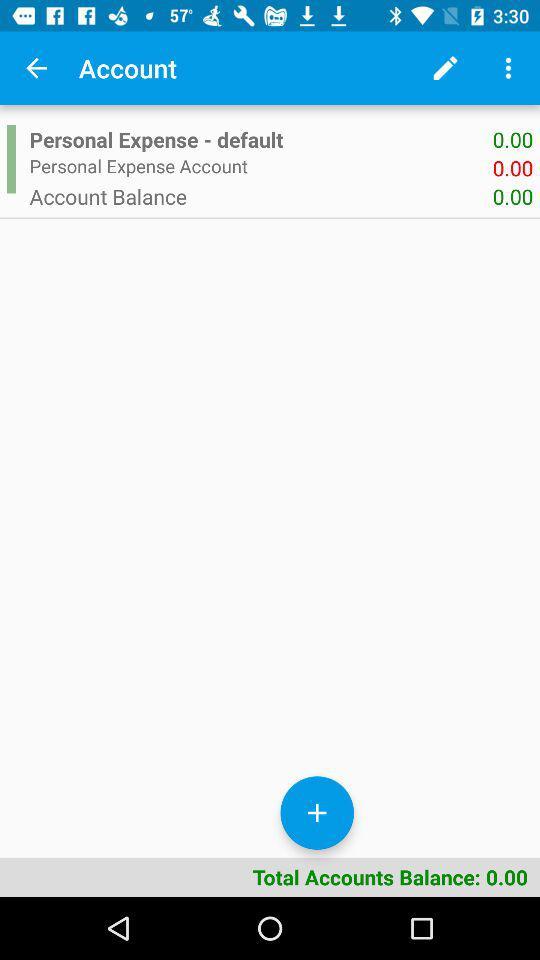 The image size is (540, 960). What do you see at coordinates (317, 813) in the screenshot?
I see `the item above the total accounts balance icon` at bounding box center [317, 813].